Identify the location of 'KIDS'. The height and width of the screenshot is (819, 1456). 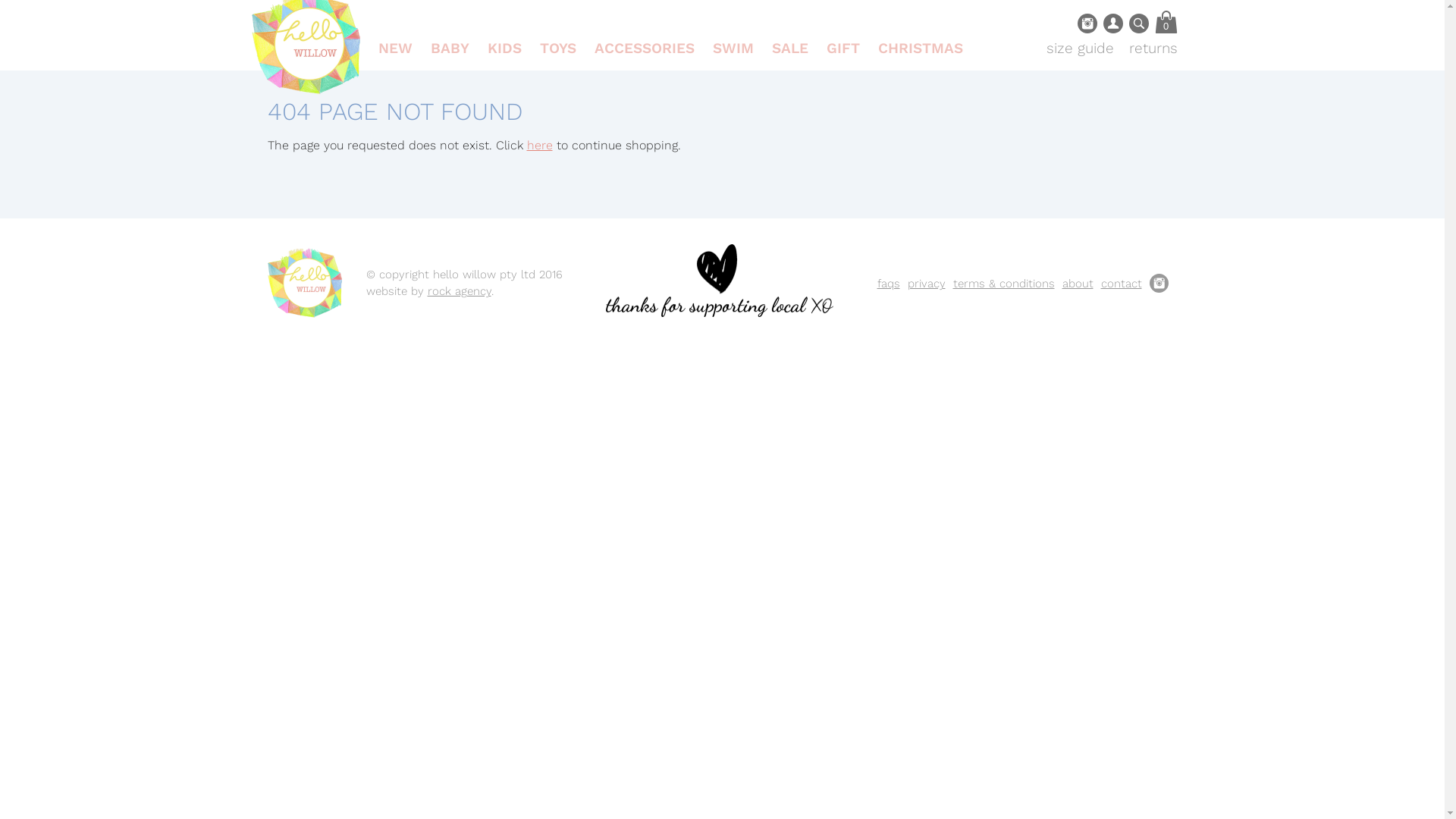
(504, 48).